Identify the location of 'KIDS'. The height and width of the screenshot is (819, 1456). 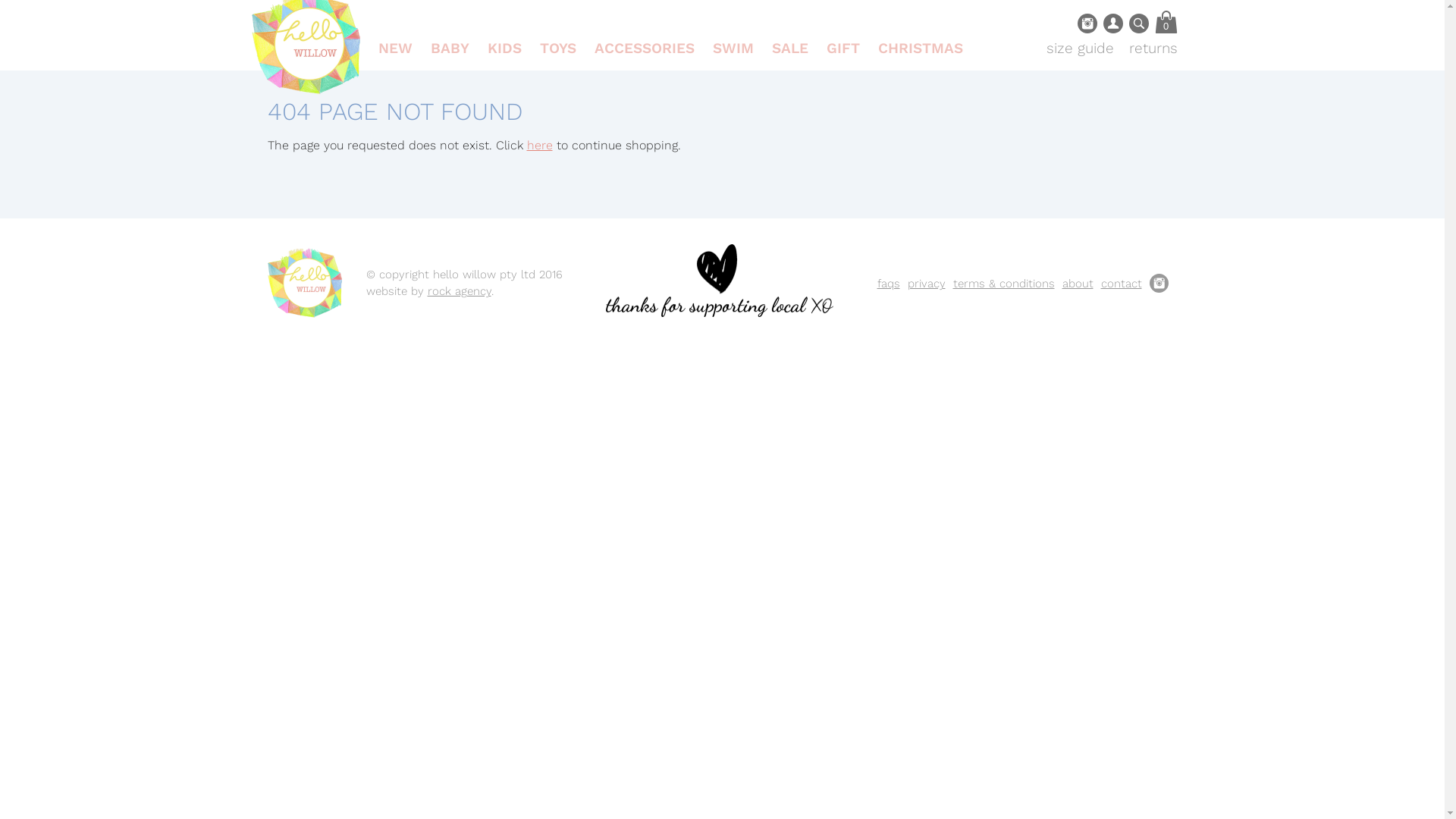
(504, 48).